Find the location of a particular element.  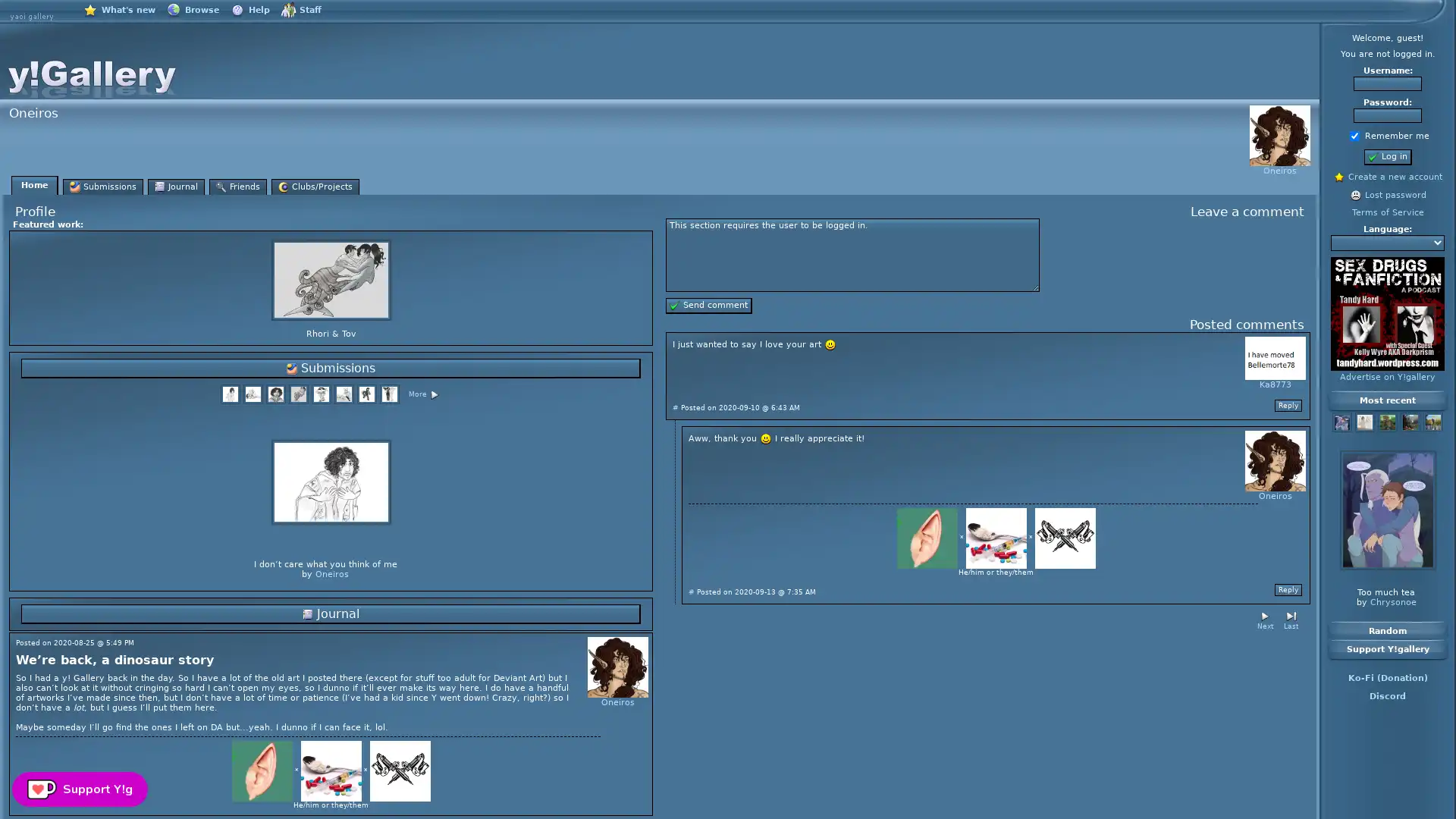

Journal is located at coordinates (330, 614).